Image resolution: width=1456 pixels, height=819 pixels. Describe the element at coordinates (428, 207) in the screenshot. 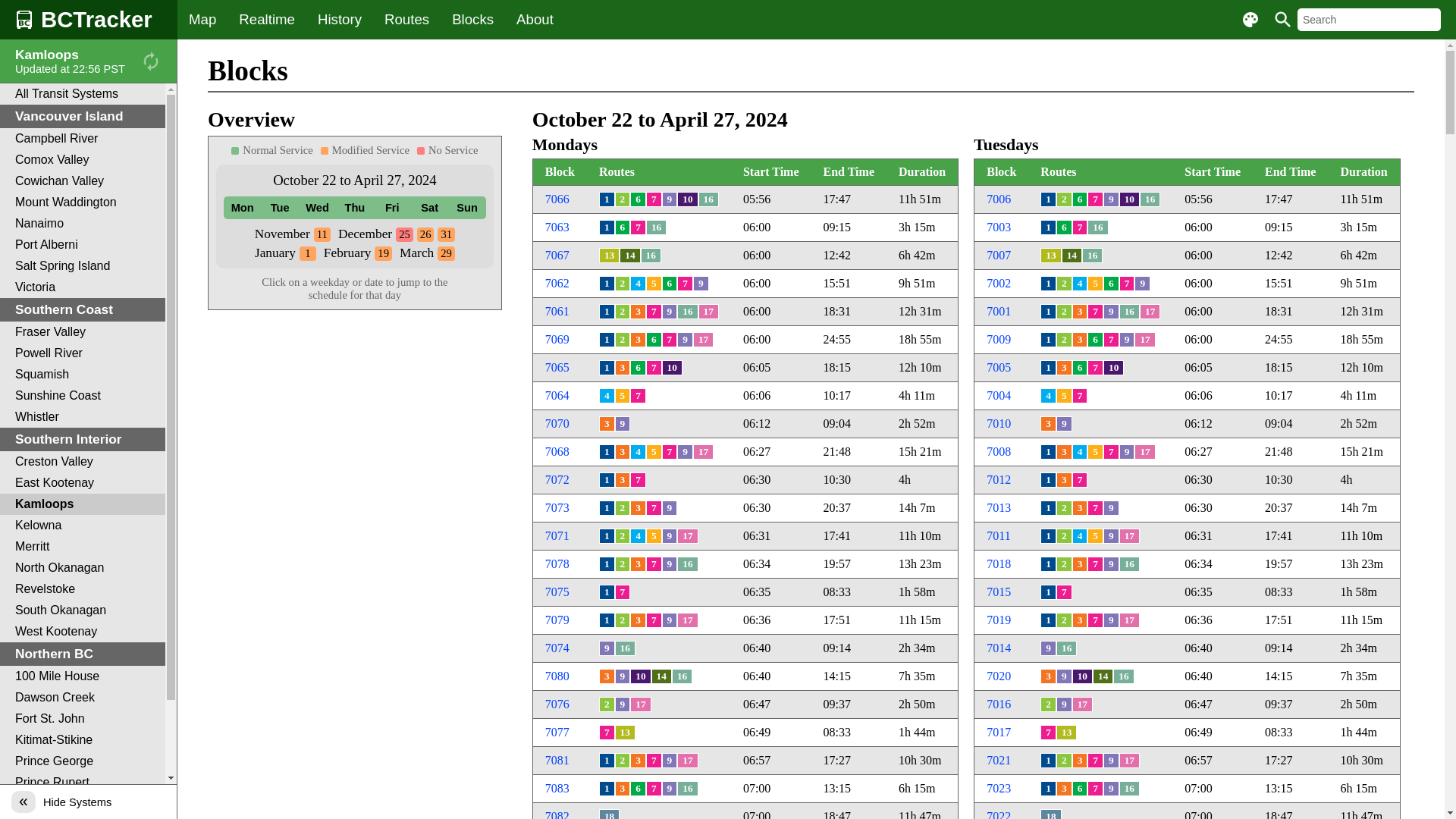

I see `'Sat'` at that location.